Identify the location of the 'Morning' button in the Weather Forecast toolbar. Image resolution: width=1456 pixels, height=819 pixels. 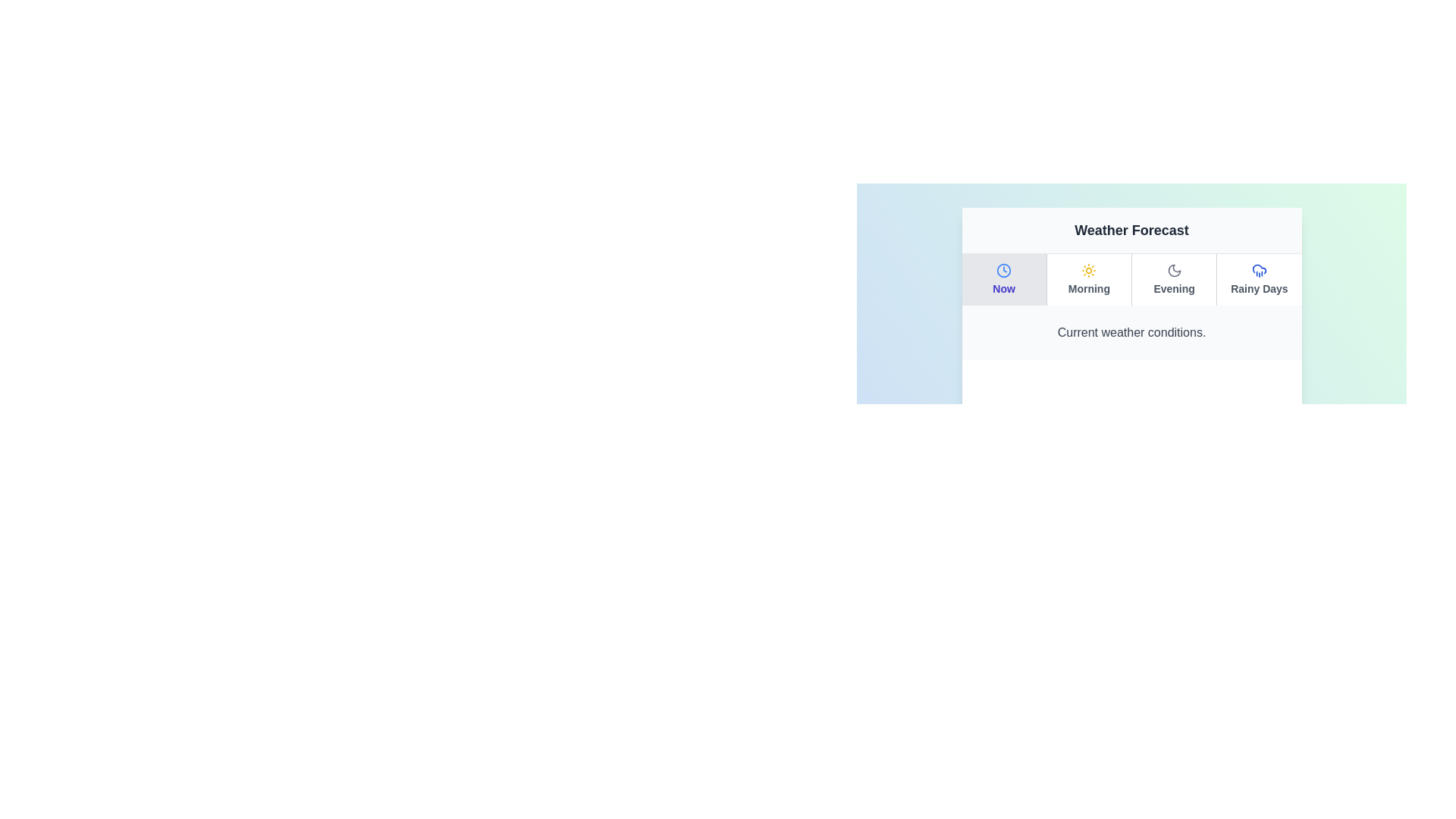
(1088, 280).